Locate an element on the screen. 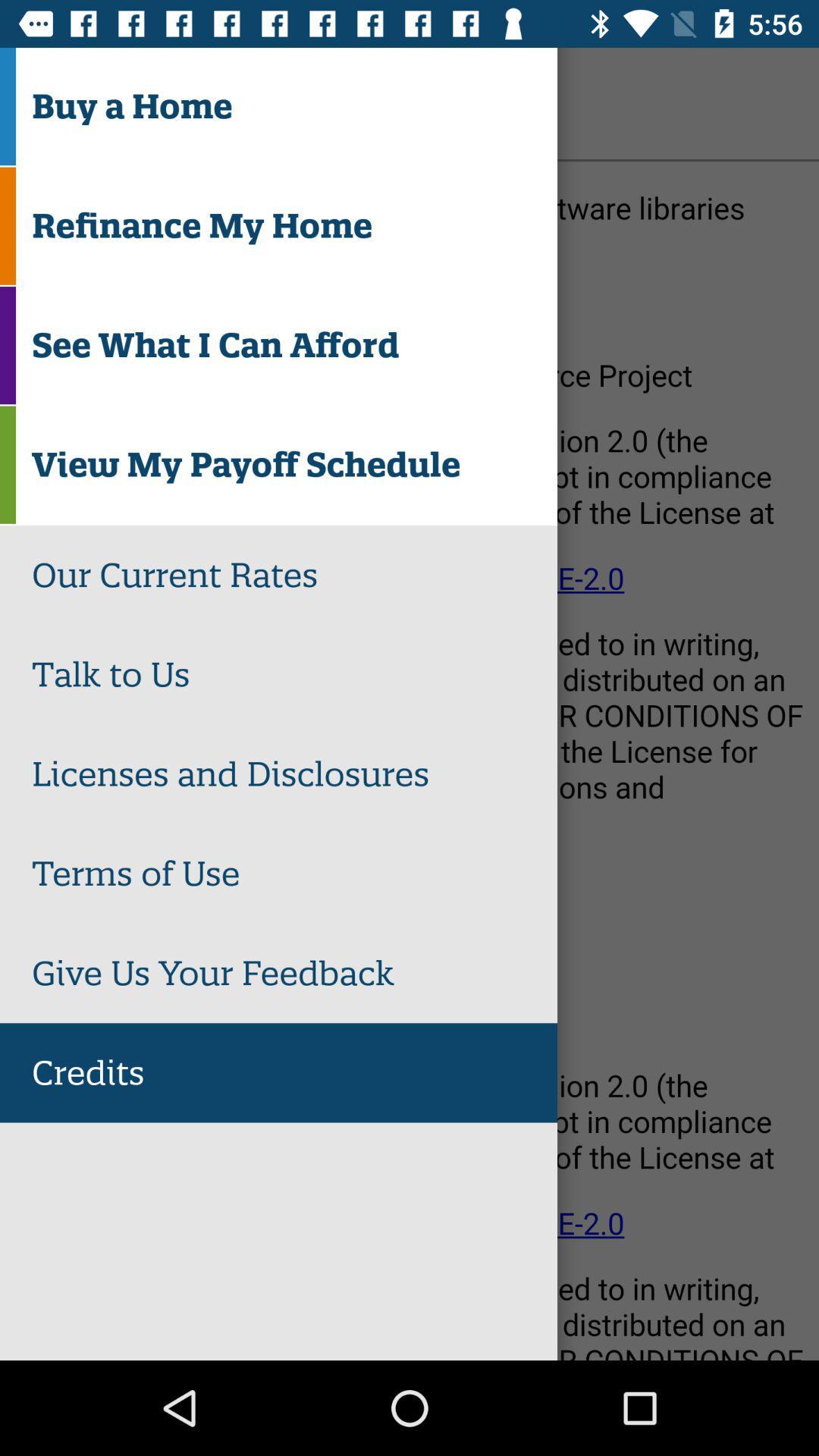  view my payoff item is located at coordinates (294, 464).